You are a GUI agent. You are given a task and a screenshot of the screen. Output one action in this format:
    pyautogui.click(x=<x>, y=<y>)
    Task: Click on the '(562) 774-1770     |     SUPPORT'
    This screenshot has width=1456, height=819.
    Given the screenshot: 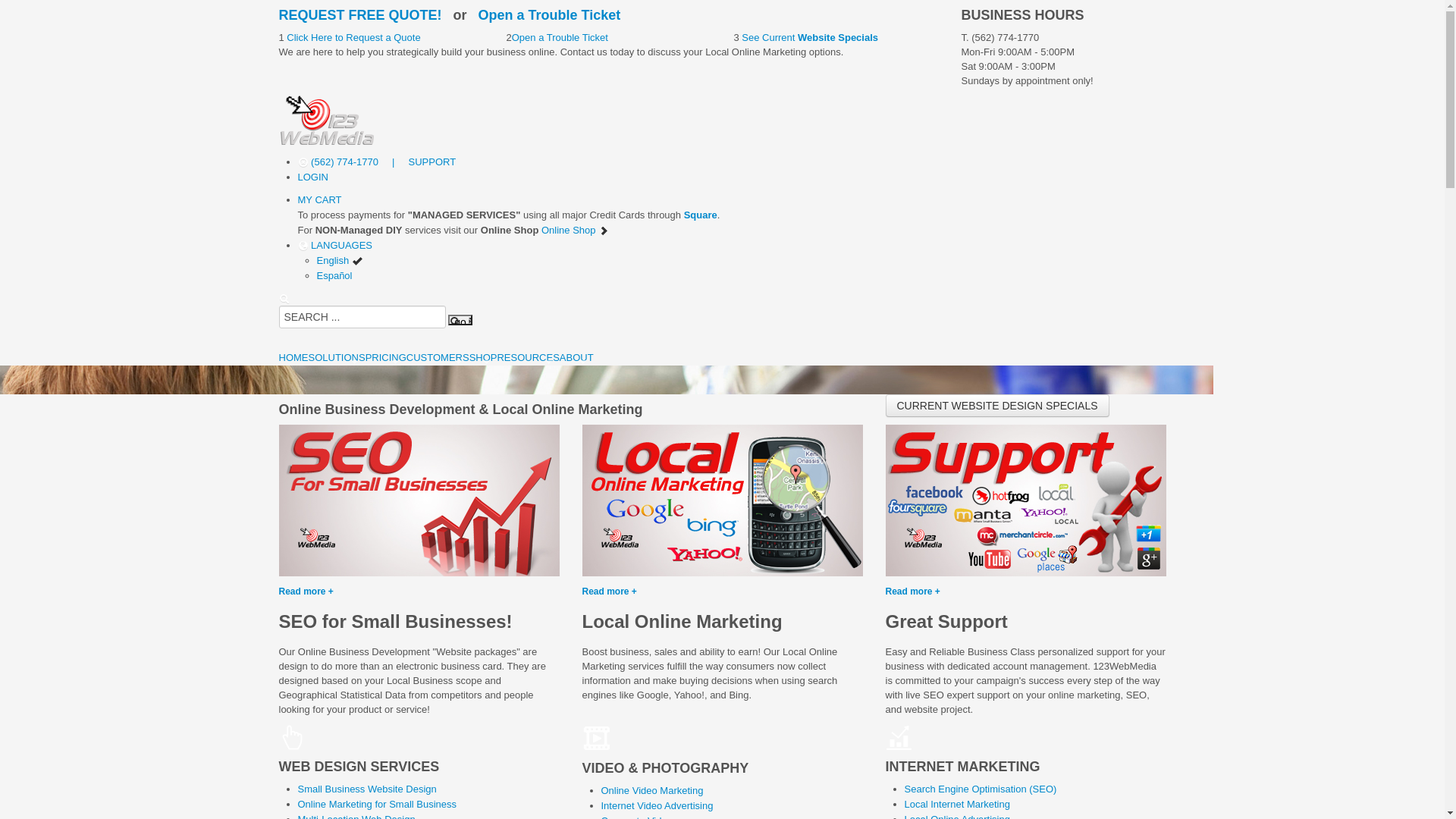 What is the action you would take?
    pyautogui.click(x=376, y=162)
    